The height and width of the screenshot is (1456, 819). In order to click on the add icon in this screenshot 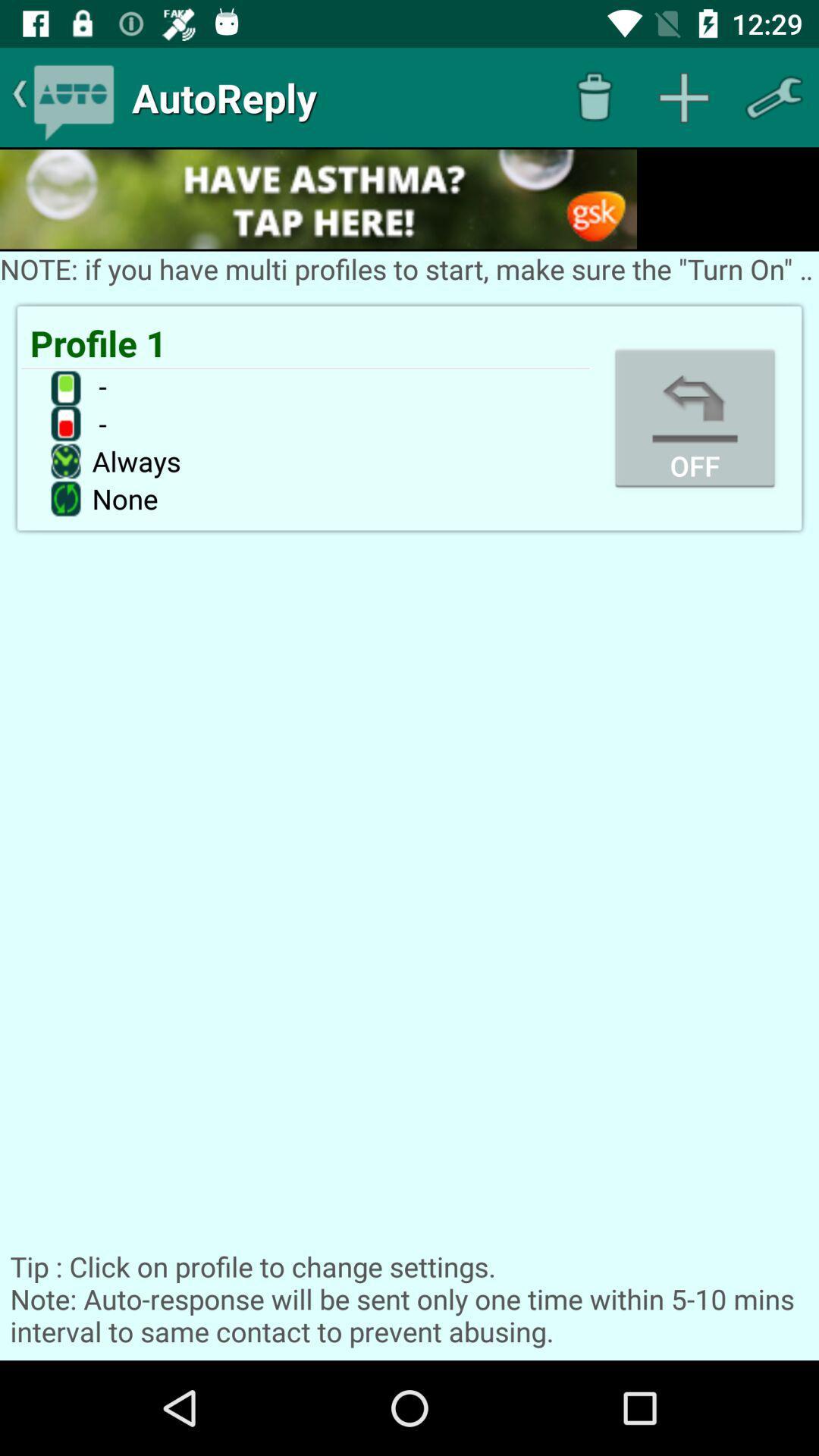, I will do `click(684, 96)`.